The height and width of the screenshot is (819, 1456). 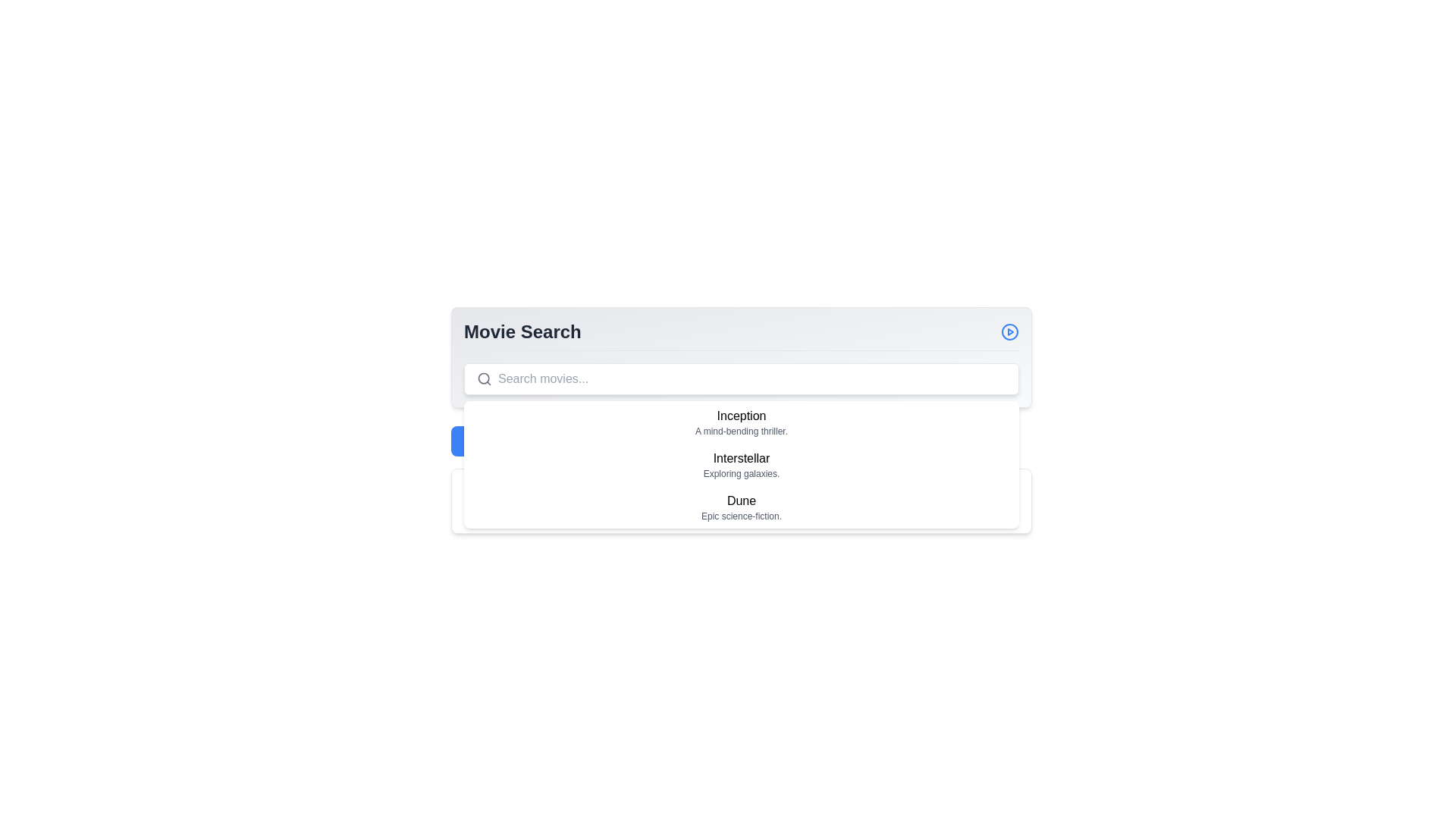 I want to click on the outer circle of the play button icon located at the top-right corner of the application interface, so click(x=1009, y=331).